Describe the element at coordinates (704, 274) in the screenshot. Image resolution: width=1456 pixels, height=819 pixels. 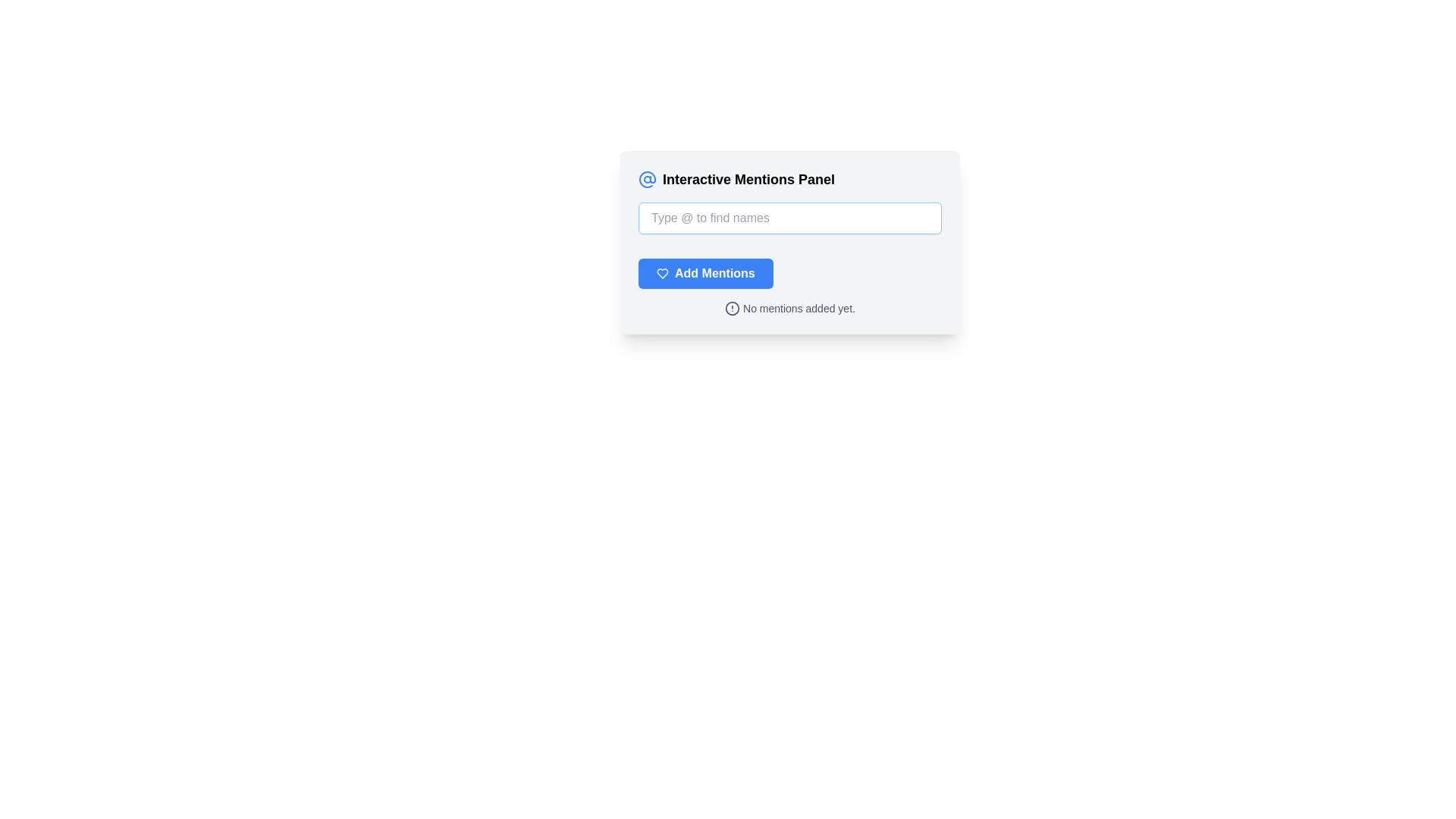
I see `the button located below the text input field labeled 'Type @ to find names'` at that location.